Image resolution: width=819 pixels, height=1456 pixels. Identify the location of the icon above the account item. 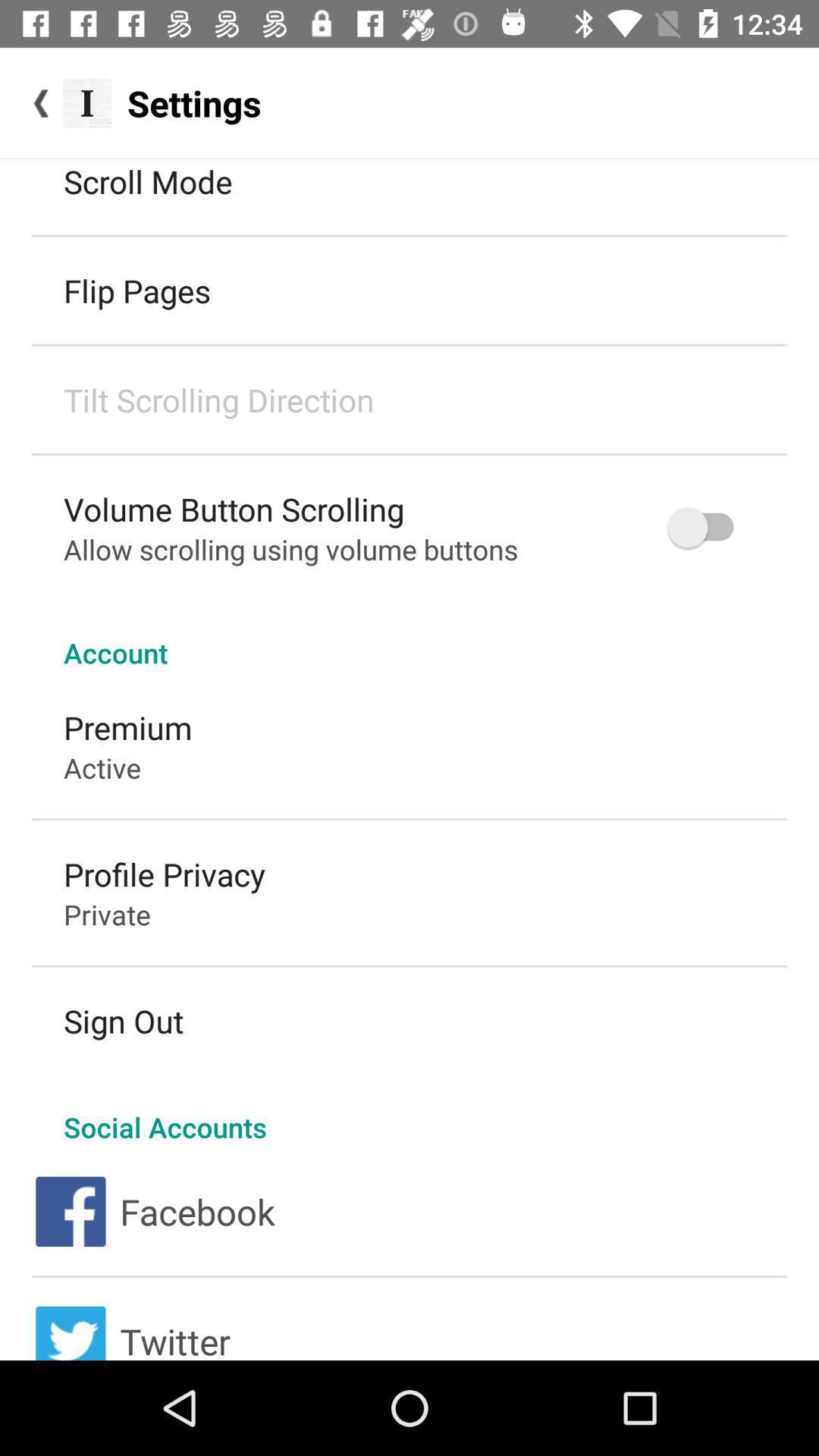
(708, 527).